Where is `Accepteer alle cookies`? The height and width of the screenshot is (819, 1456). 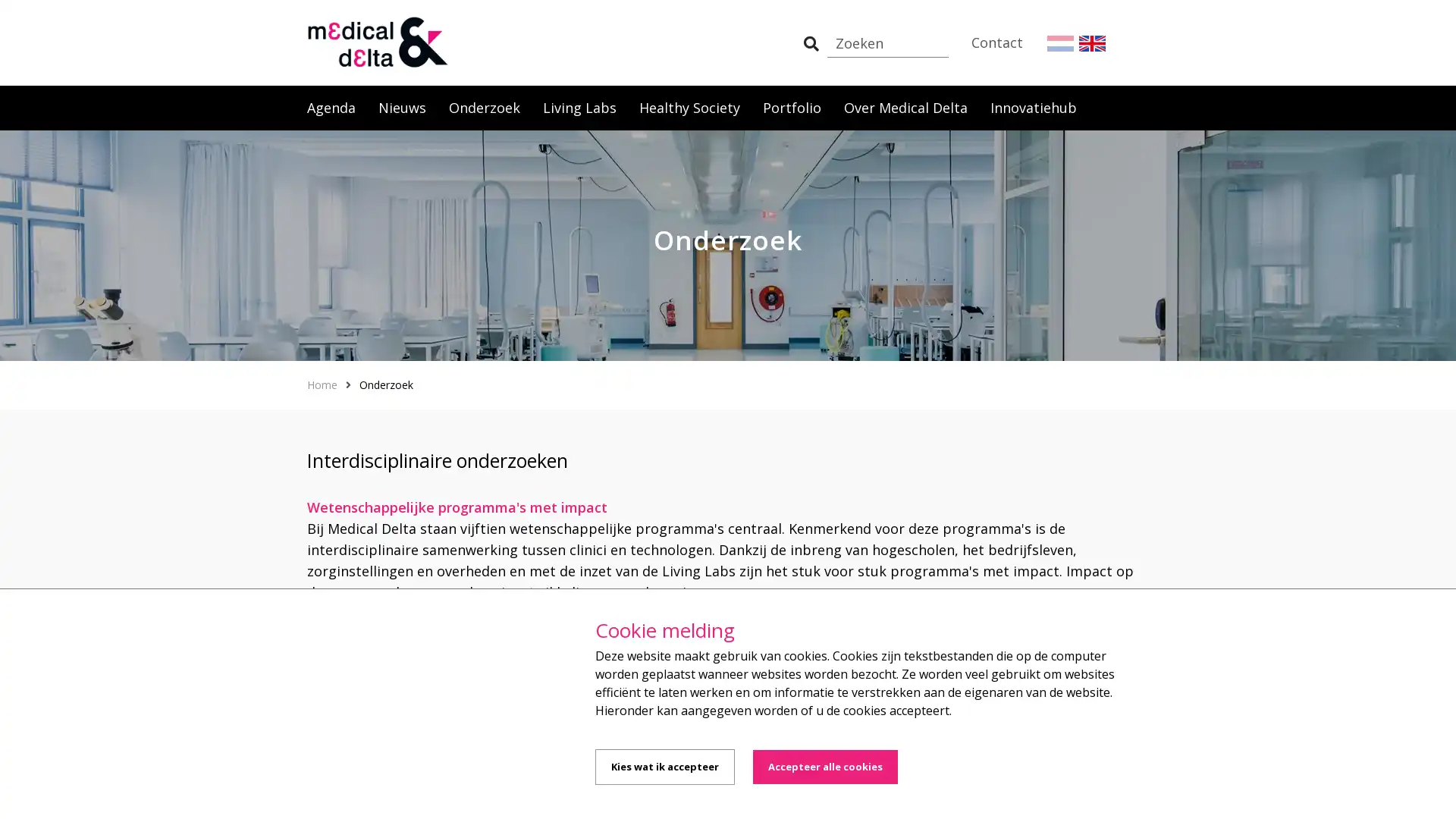
Accepteer alle cookies is located at coordinates (824, 767).